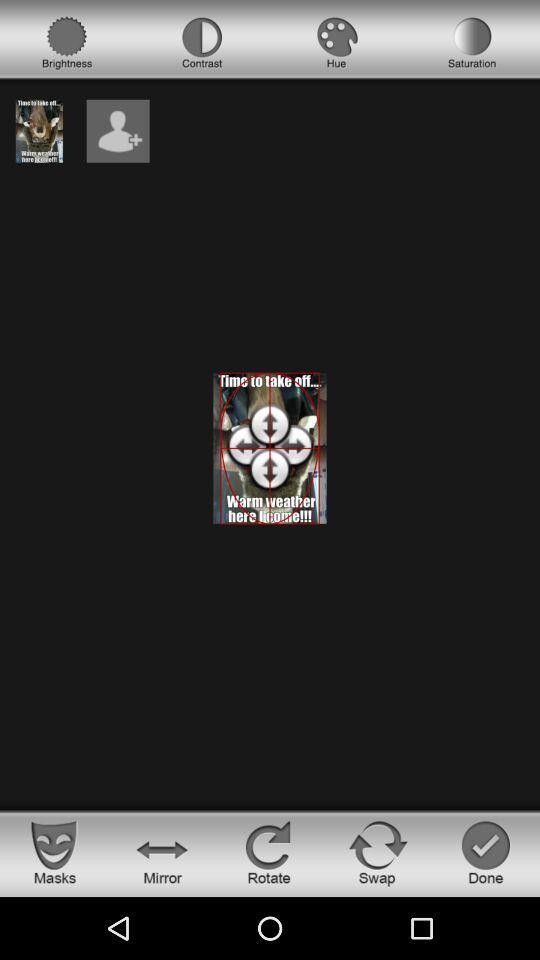 The width and height of the screenshot is (540, 960). Describe the element at coordinates (485, 851) in the screenshot. I see `end editing photo` at that location.